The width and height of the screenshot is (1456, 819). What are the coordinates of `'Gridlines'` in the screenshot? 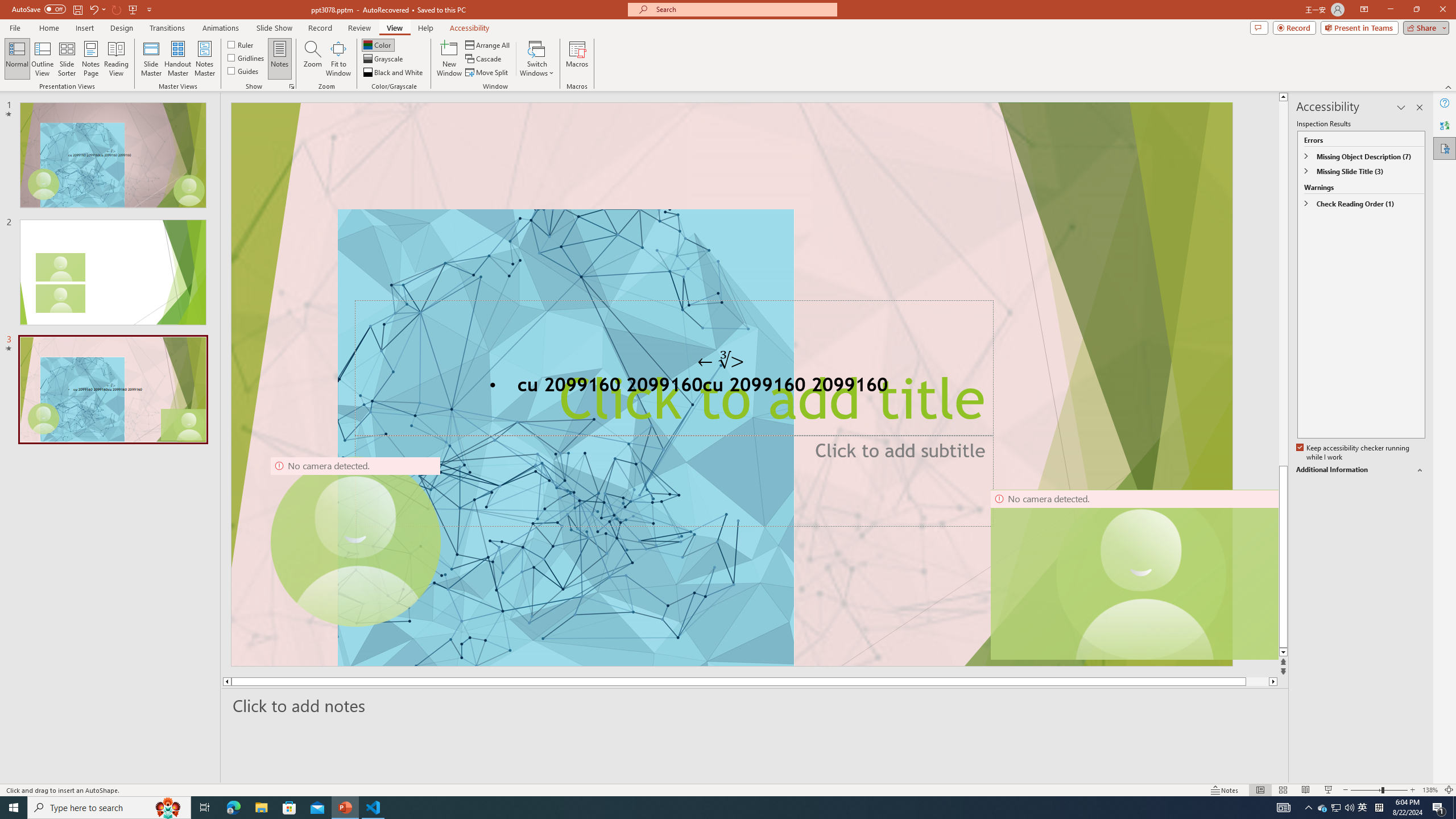 It's located at (246, 56).